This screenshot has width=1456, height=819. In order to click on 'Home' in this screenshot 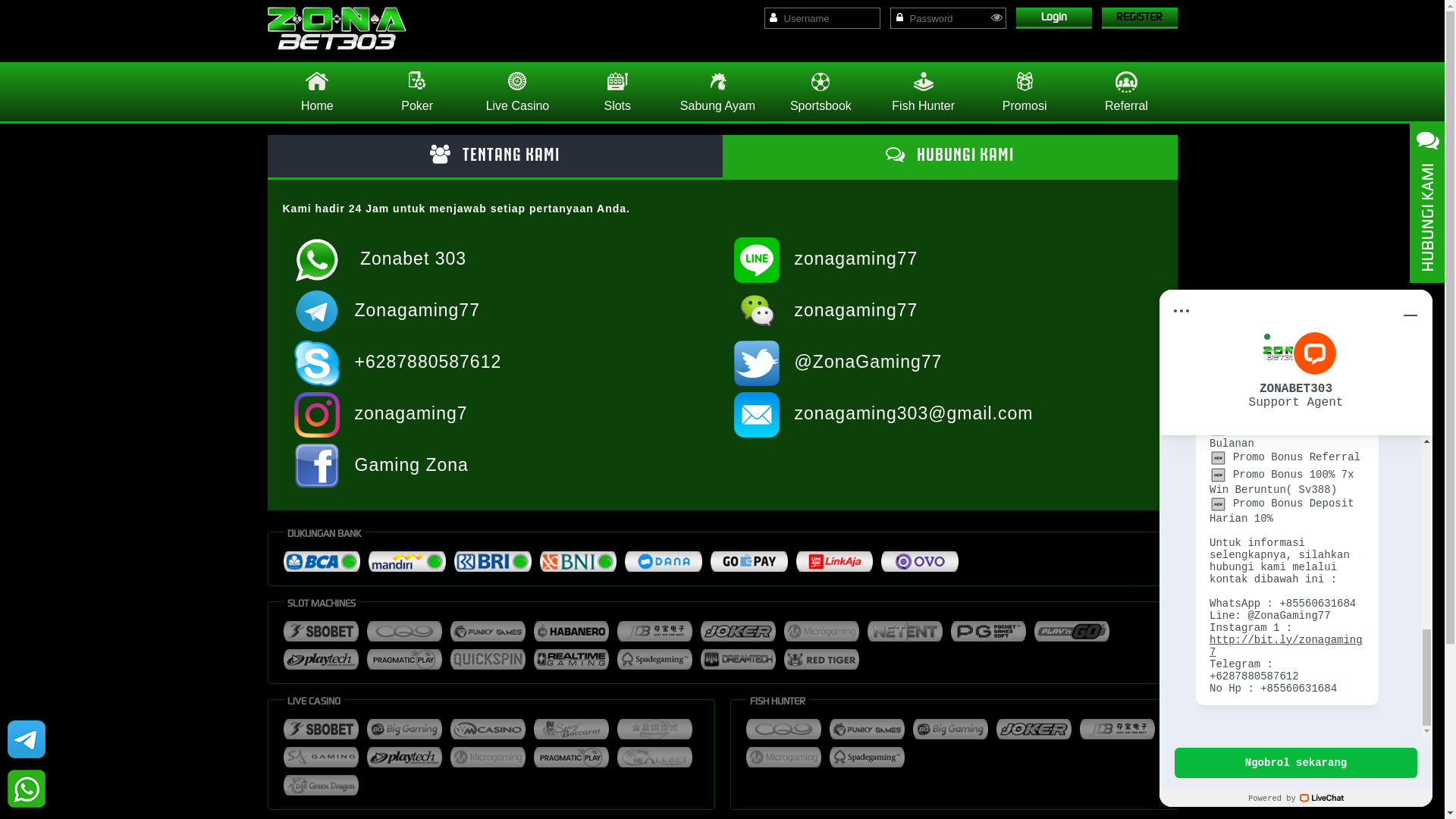, I will do `click(315, 91)`.